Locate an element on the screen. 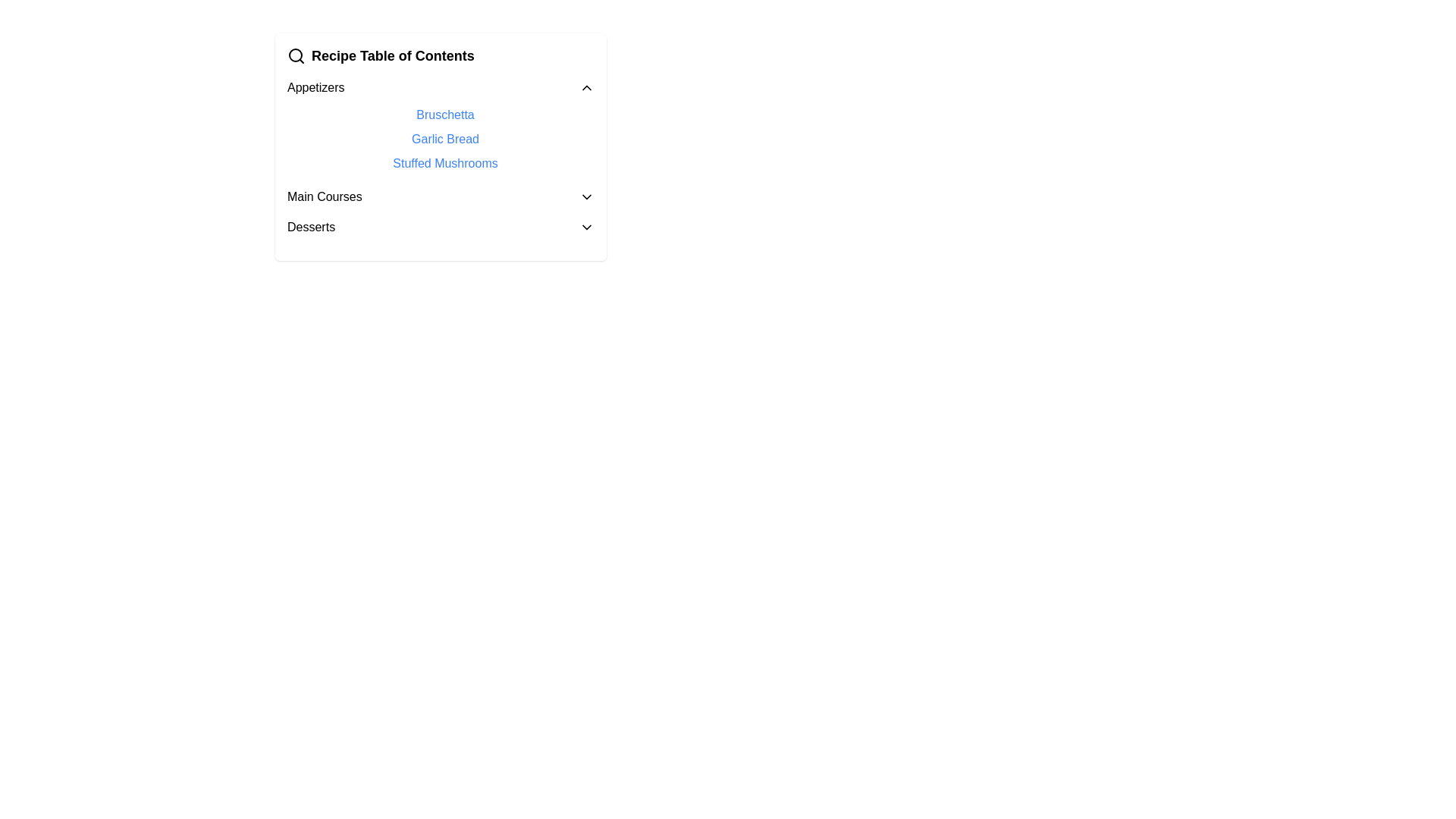 The image size is (1456, 819). the Chevron icon located to the right of the 'Appetizers' text is located at coordinates (585, 87).